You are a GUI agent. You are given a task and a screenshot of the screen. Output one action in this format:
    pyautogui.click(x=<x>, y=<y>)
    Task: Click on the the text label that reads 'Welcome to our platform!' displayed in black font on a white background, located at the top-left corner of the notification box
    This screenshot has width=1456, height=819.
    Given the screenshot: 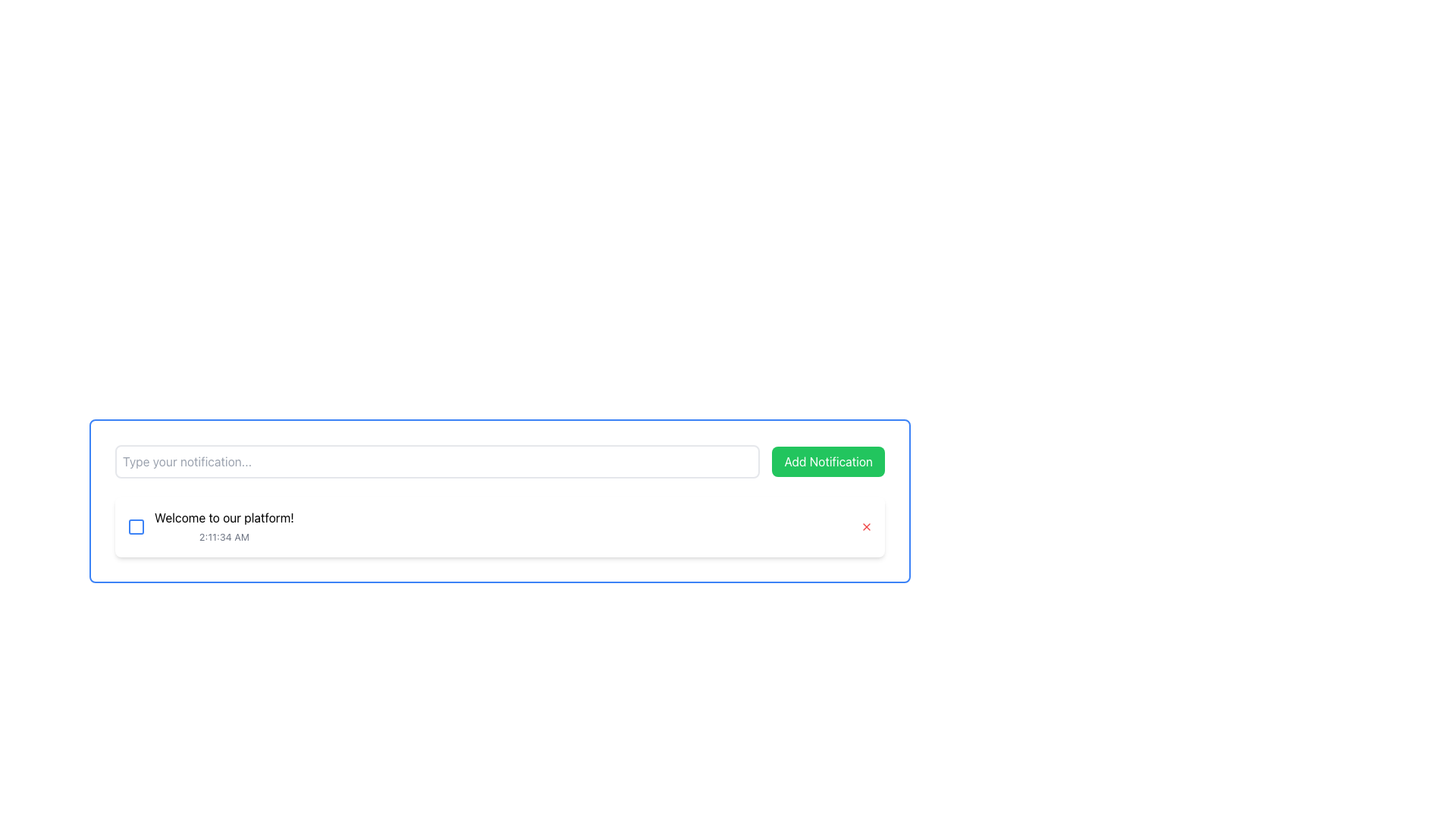 What is the action you would take?
    pyautogui.click(x=223, y=516)
    